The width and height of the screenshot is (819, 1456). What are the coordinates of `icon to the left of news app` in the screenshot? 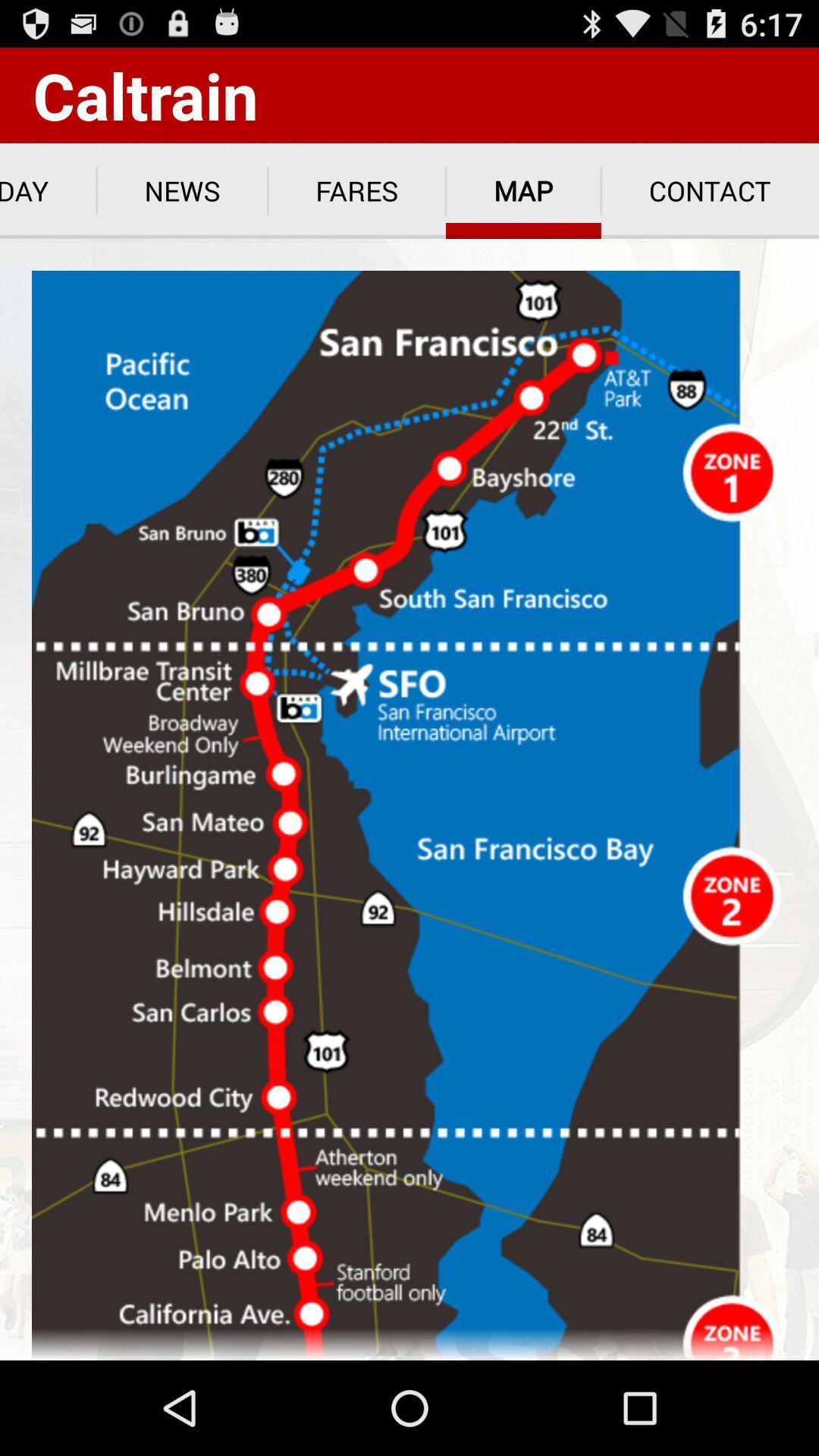 It's located at (47, 190).